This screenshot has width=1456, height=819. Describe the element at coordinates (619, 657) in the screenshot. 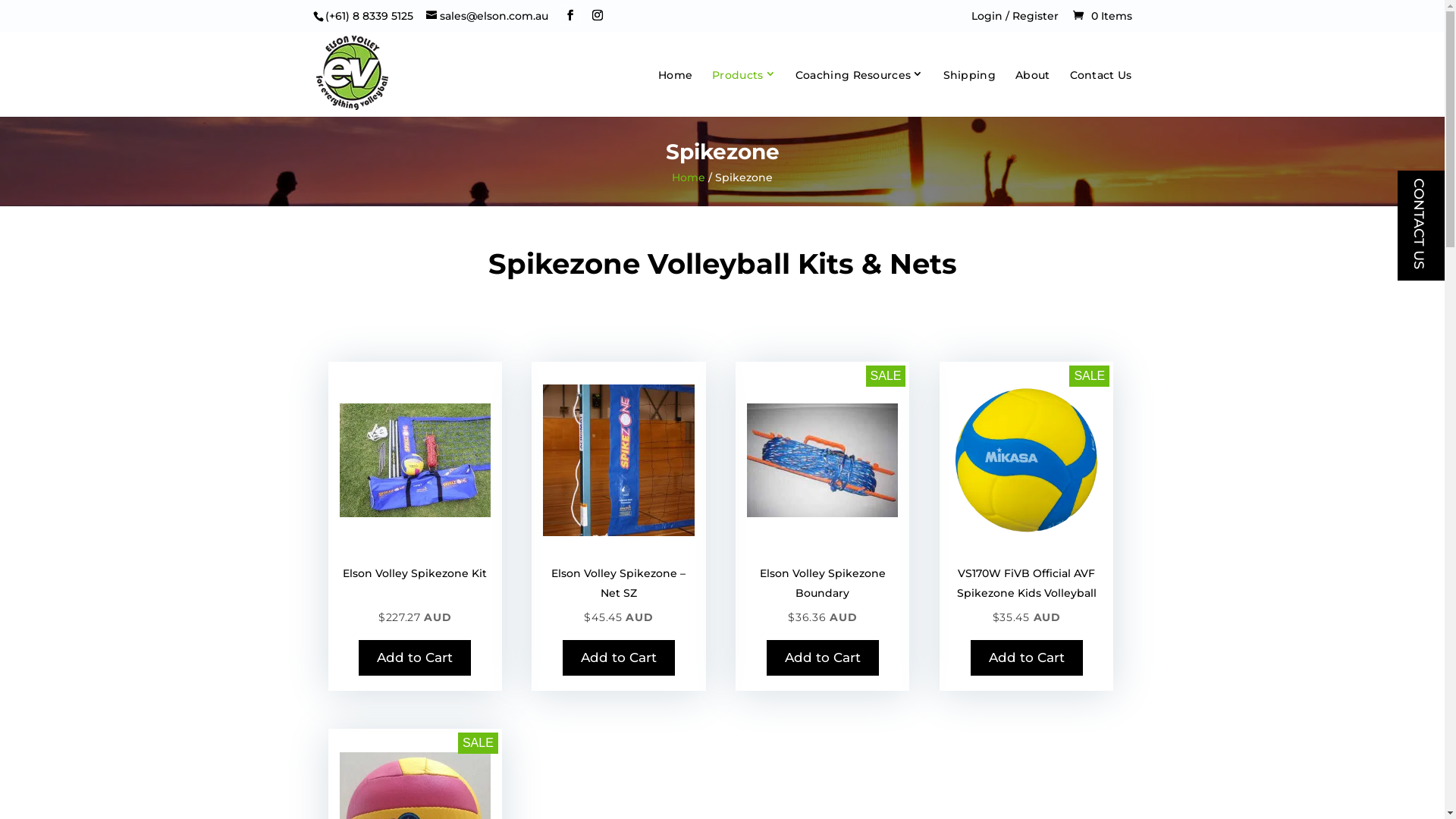

I see `'Add to Cart'` at that location.